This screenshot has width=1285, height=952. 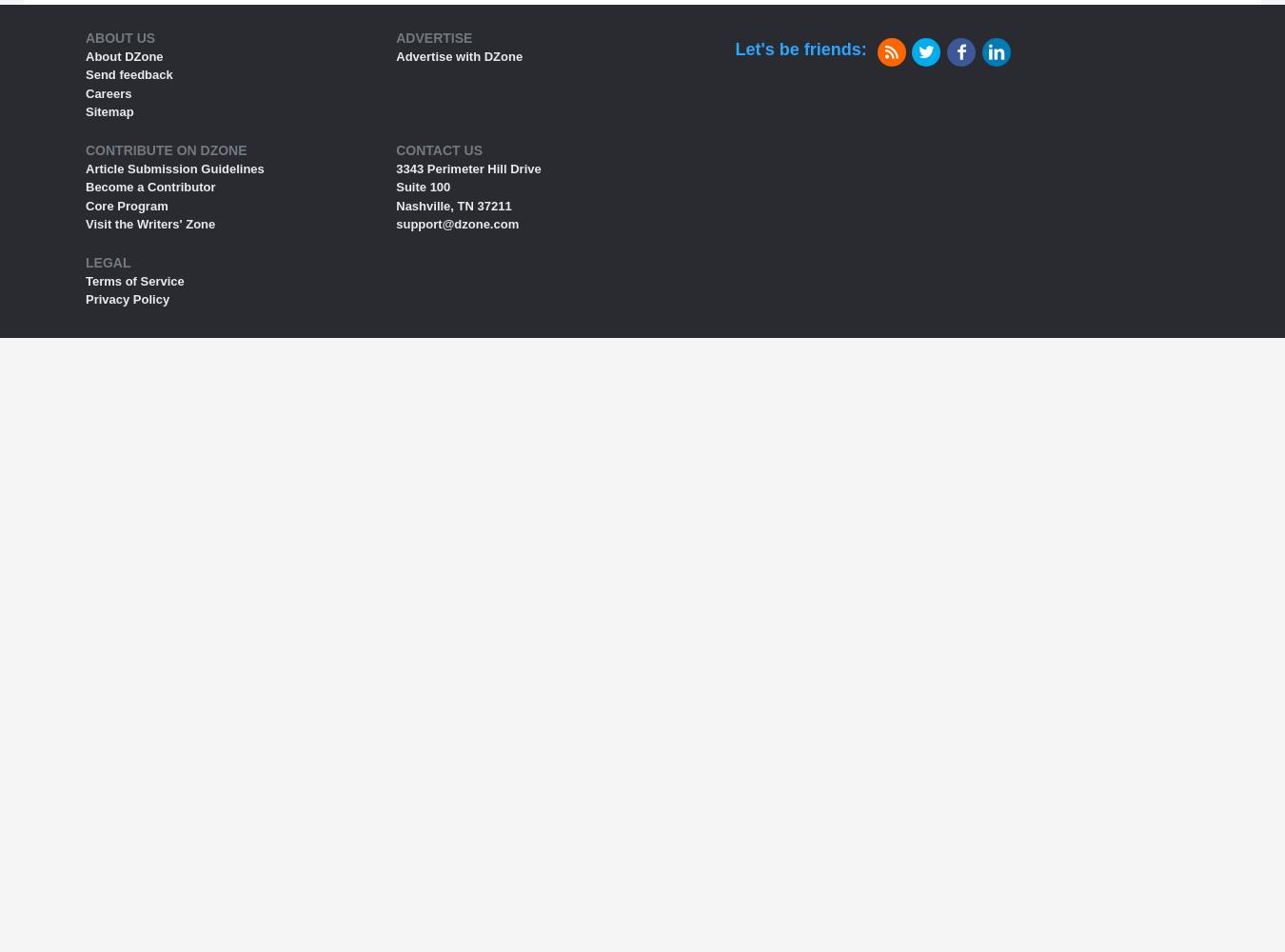 I want to click on 'Terms of Service', so click(x=134, y=280).